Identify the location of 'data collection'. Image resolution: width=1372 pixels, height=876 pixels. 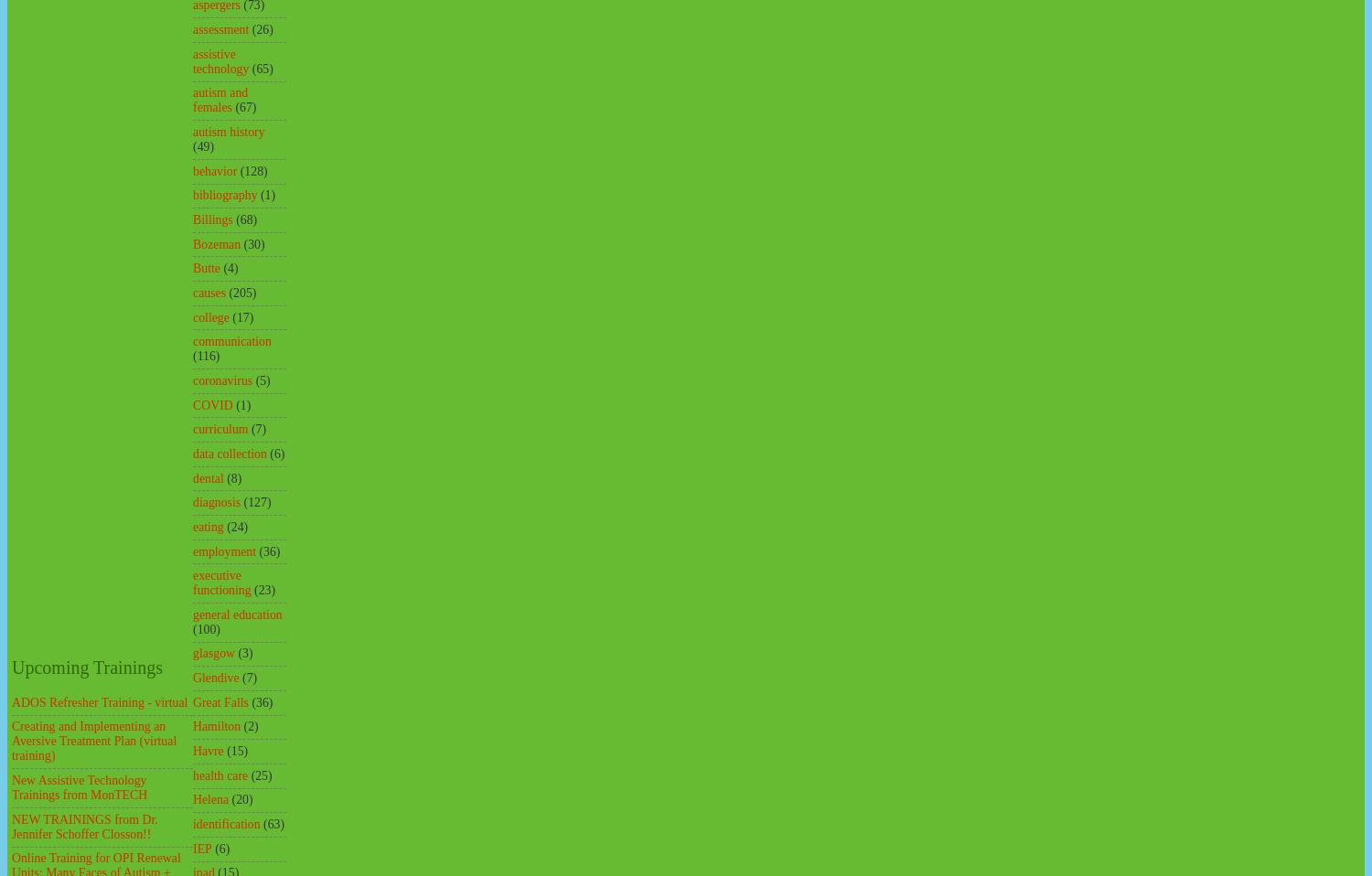
(229, 452).